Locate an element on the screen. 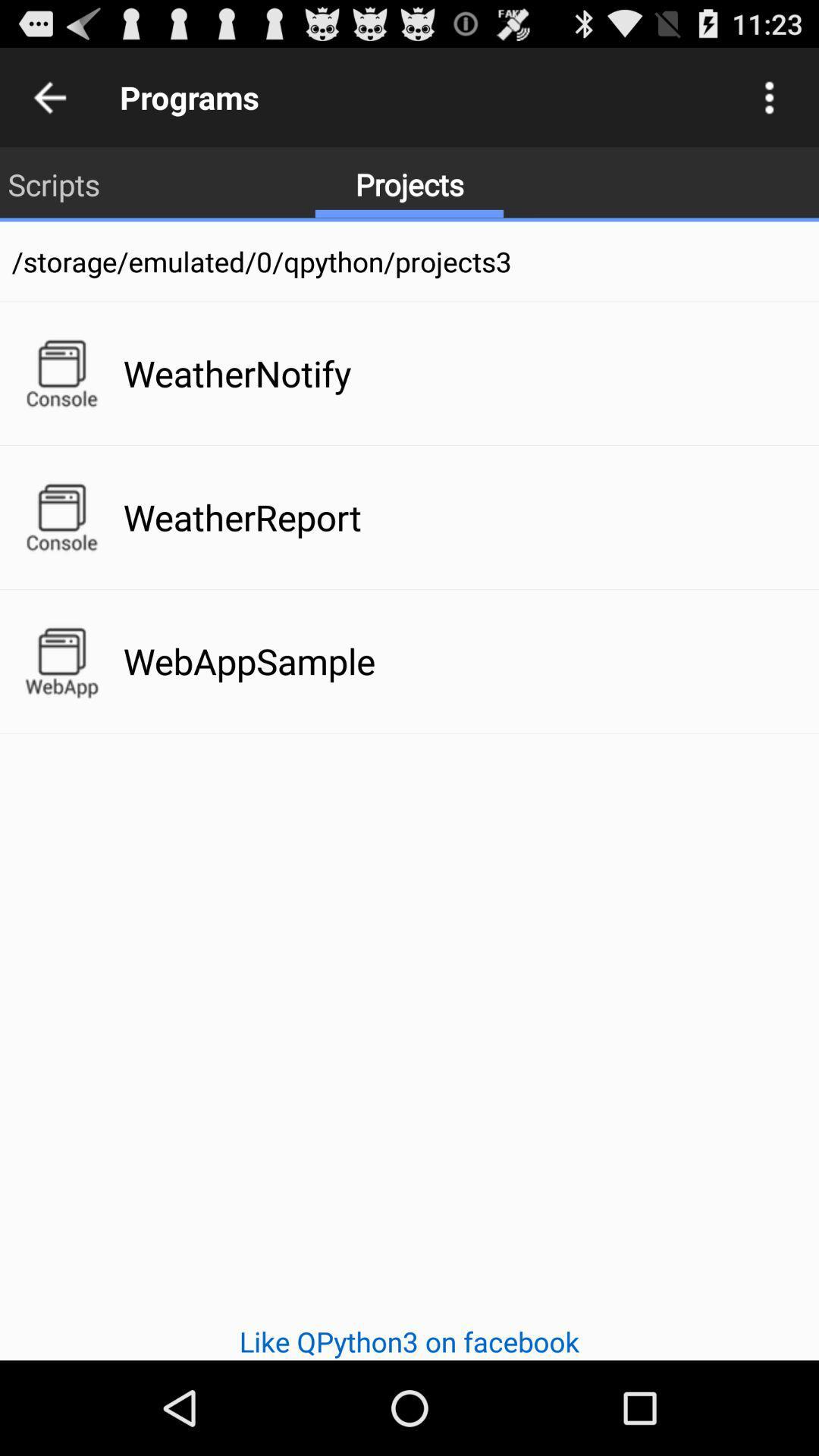 This screenshot has height=1456, width=819. the iconn left side to weathernotify is located at coordinates (61, 374).